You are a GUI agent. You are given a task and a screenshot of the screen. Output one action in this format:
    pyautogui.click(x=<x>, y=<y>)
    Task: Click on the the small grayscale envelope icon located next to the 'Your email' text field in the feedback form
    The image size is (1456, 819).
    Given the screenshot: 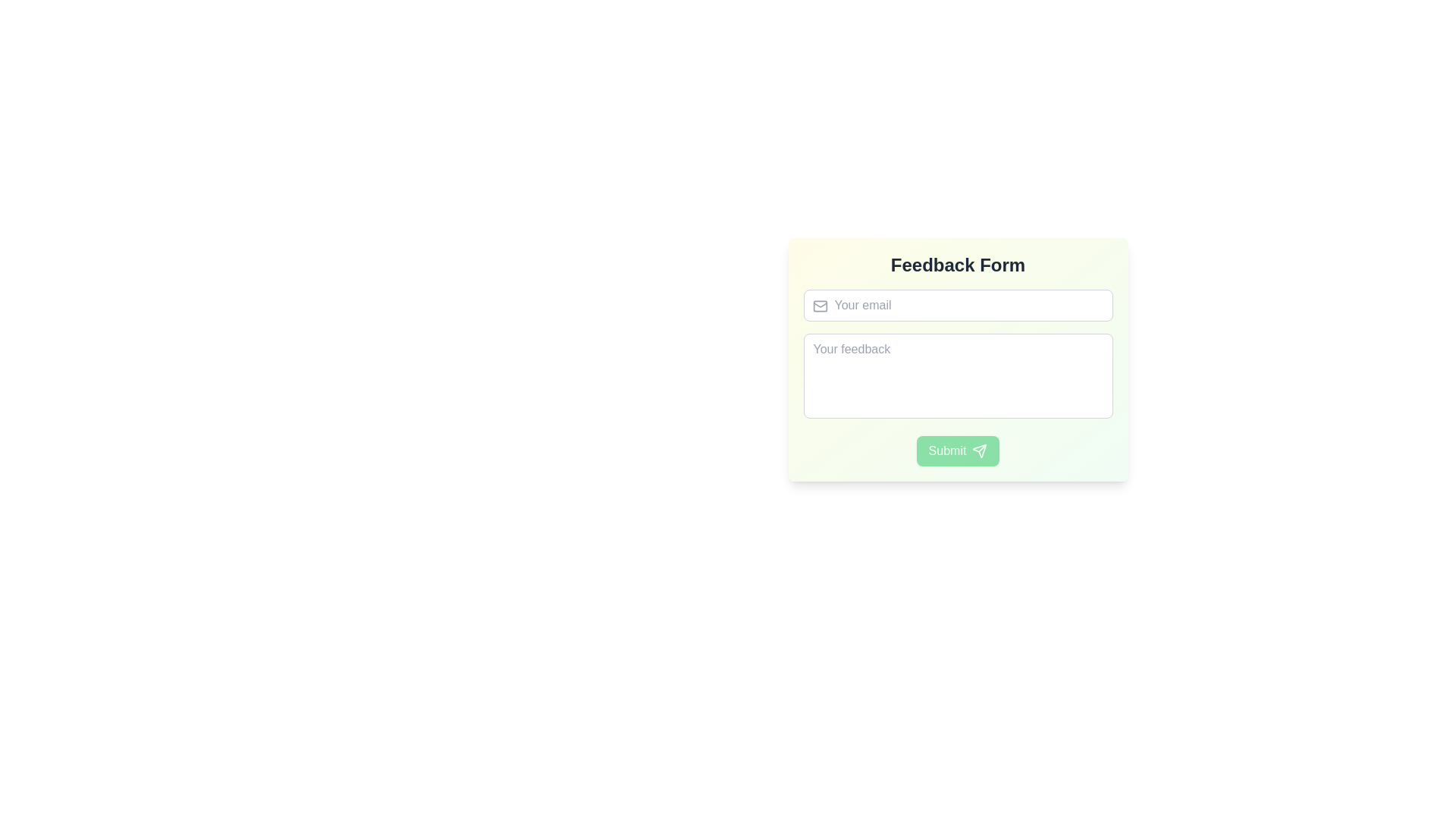 What is the action you would take?
    pyautogui.click(x=819, y=306)
    